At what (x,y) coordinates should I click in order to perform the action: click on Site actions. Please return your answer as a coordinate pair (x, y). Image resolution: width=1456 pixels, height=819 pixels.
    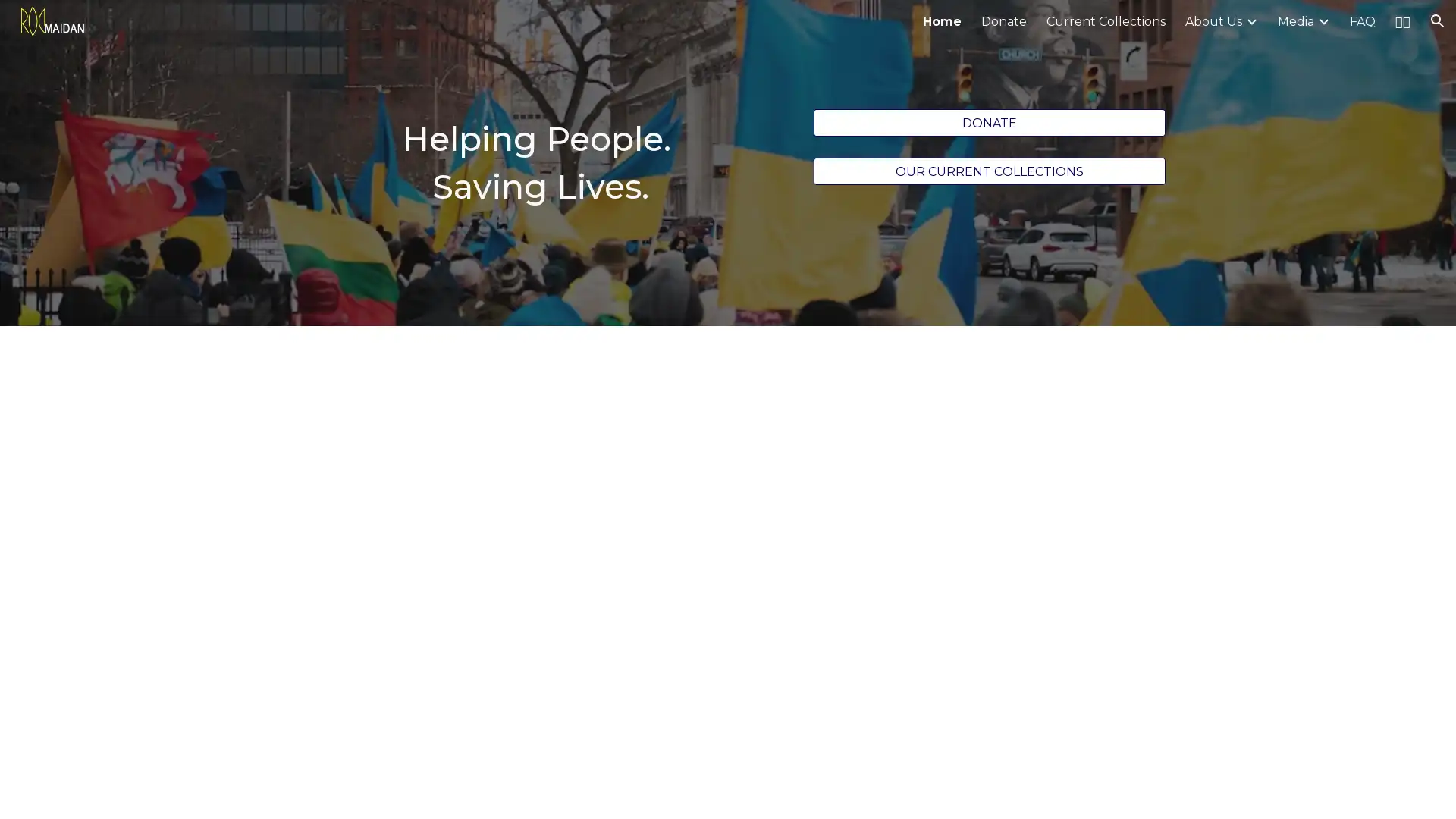
    Looking at the image, I should click on (27, 792).